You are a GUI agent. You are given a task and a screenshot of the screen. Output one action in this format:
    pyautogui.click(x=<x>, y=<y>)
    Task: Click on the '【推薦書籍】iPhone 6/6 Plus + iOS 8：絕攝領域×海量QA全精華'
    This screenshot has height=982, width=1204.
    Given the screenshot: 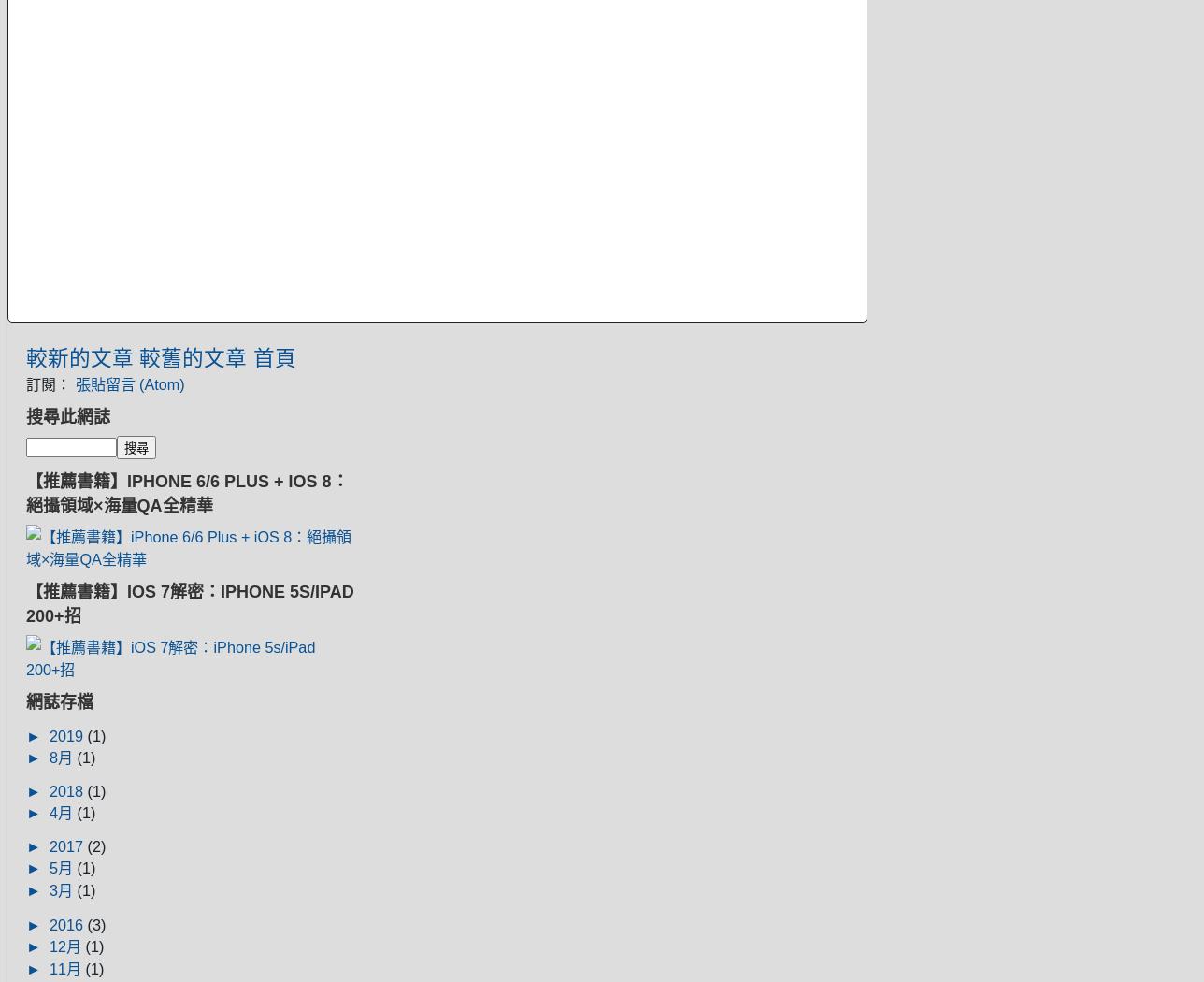 What is the action you would take?
    pyautogui.click(x=186, y=492)
    